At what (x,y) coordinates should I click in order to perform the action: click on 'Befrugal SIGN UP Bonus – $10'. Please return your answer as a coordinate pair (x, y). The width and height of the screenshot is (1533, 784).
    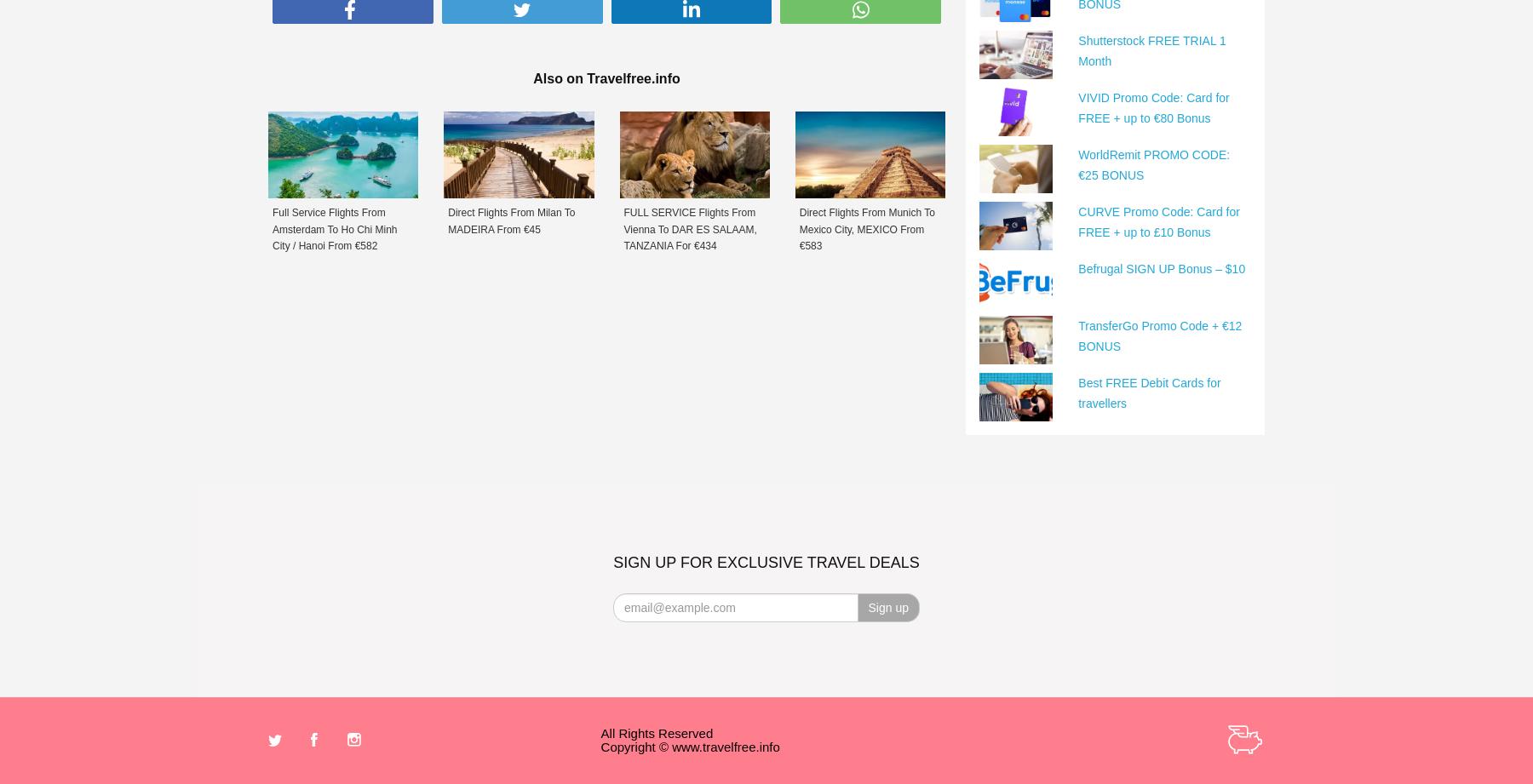
    Looking at the image, I should click on (1161, 267).